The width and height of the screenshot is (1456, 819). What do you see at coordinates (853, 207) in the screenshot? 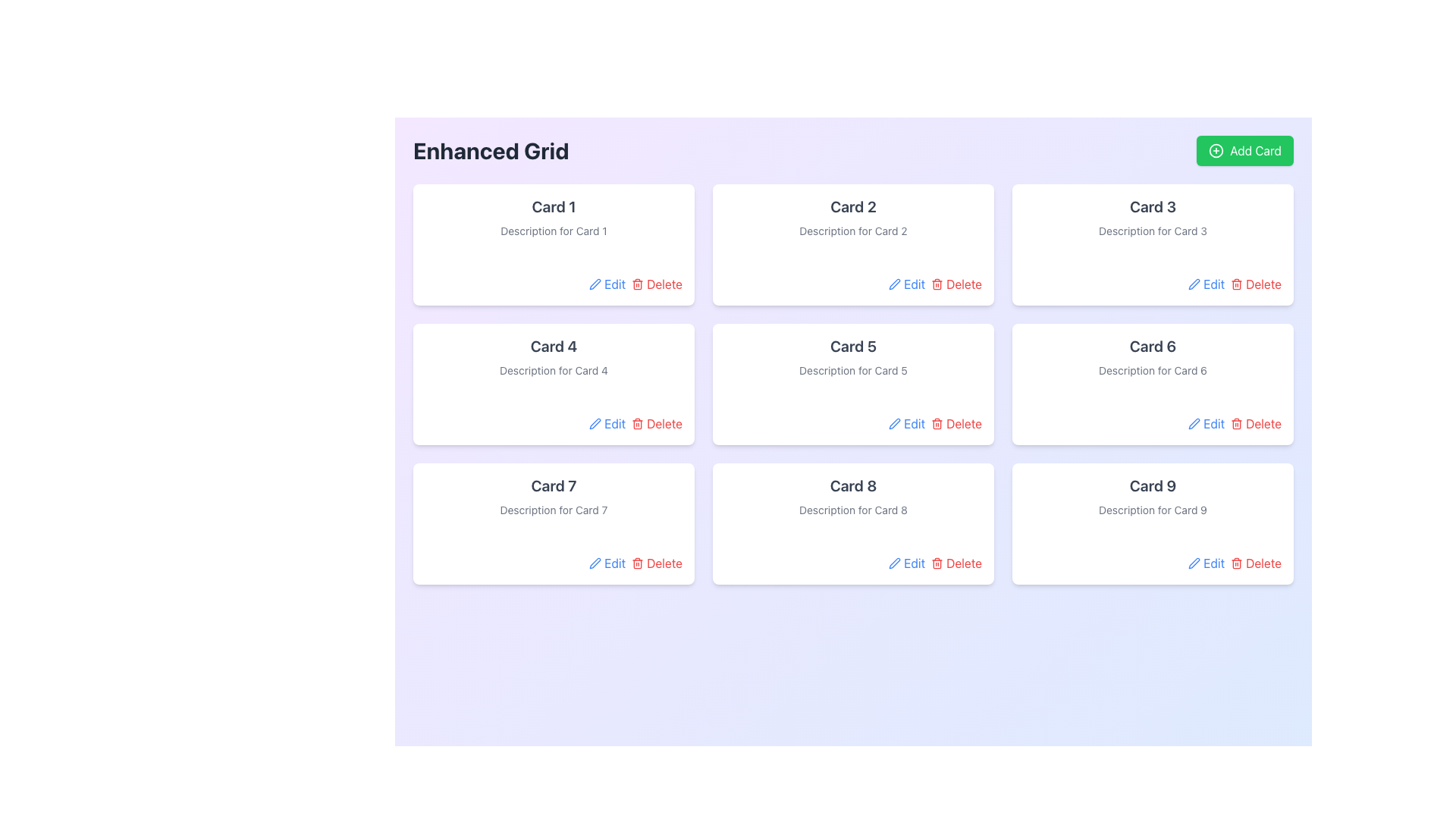
I see `the Static Text Label that serves as the title for the second card in the first row of a three-by-three grid layout, located above the description text 'Description for Card 2'` at bounding box center [853, 207].